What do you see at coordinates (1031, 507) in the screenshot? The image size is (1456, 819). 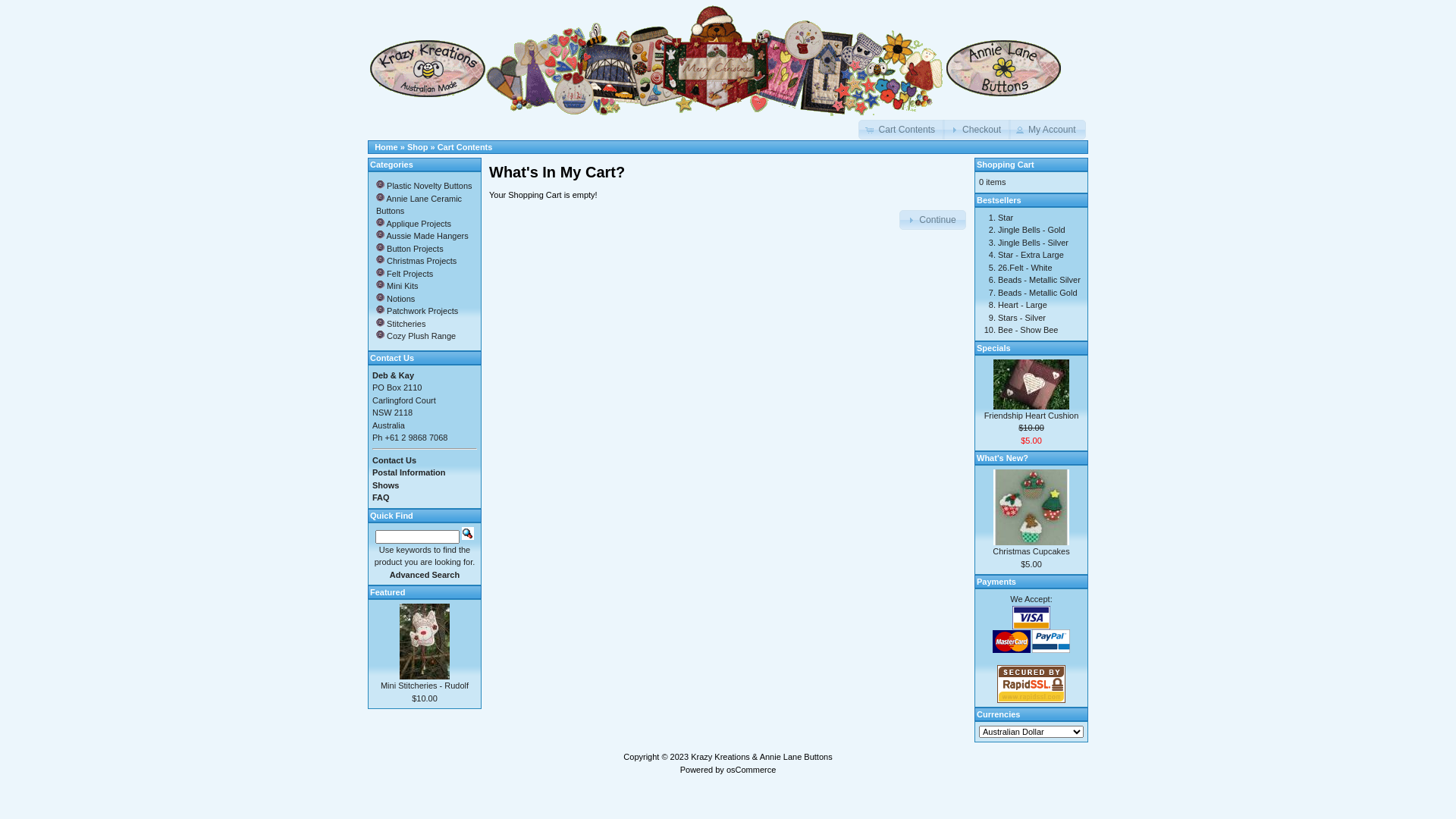 I see `'Christmas Cupcakes'` at bounding box center [1031, 507].